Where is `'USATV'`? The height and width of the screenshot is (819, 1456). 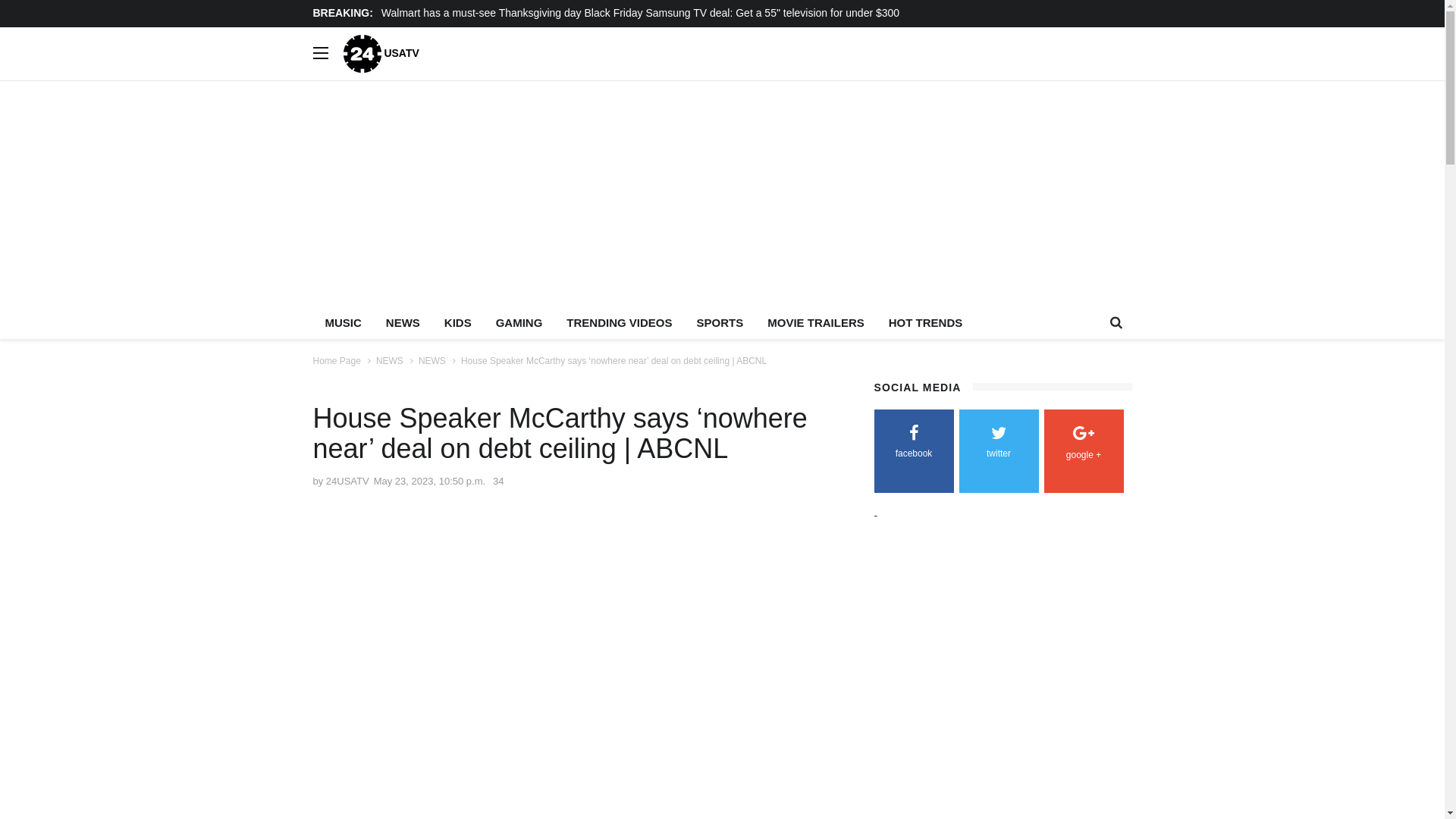
'USATV' is located at coordinates (381, 52).